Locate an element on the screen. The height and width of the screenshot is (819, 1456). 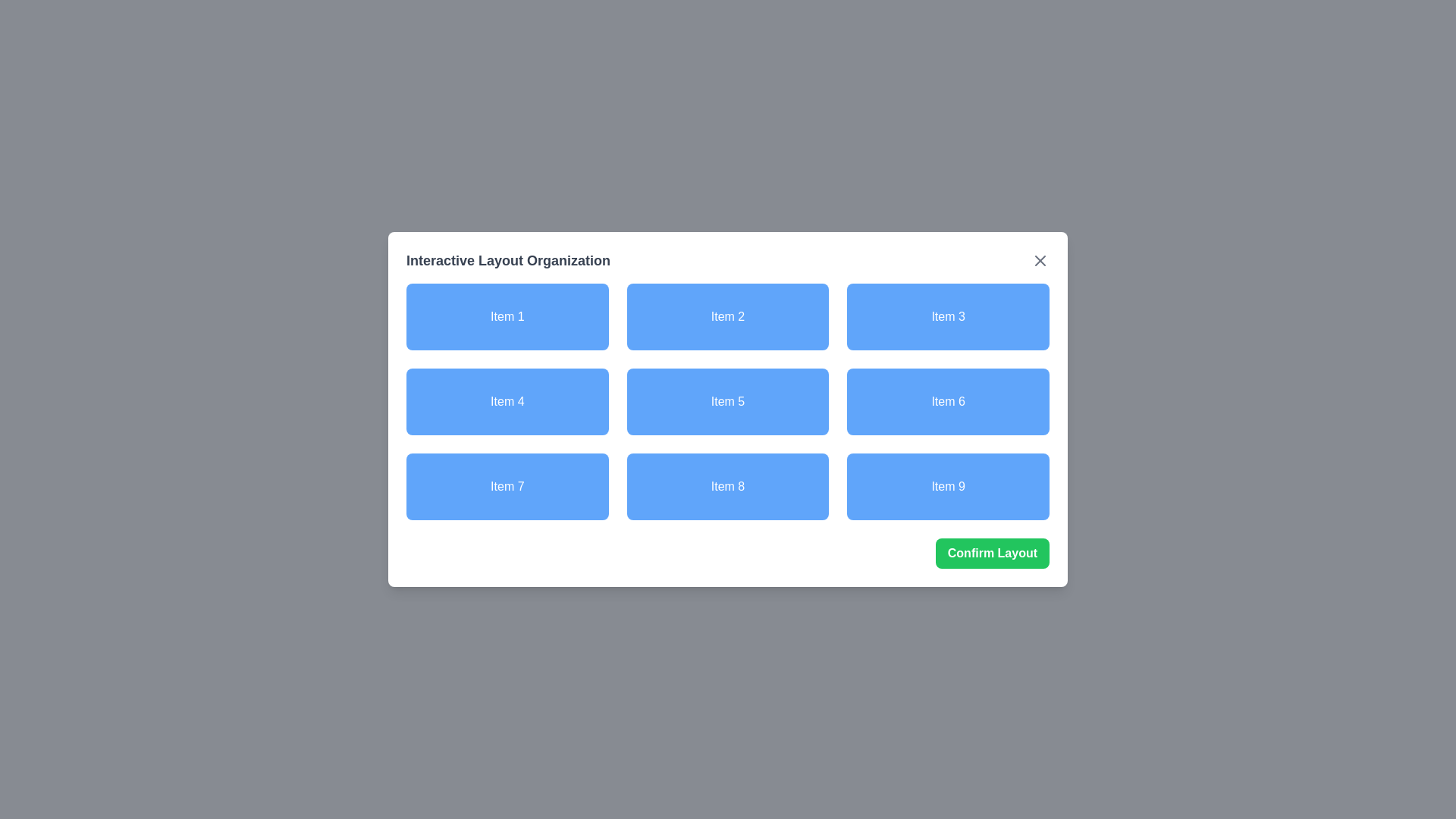
'Confirm Layout' button to confirm the layout is located at coordinates (992, 553).